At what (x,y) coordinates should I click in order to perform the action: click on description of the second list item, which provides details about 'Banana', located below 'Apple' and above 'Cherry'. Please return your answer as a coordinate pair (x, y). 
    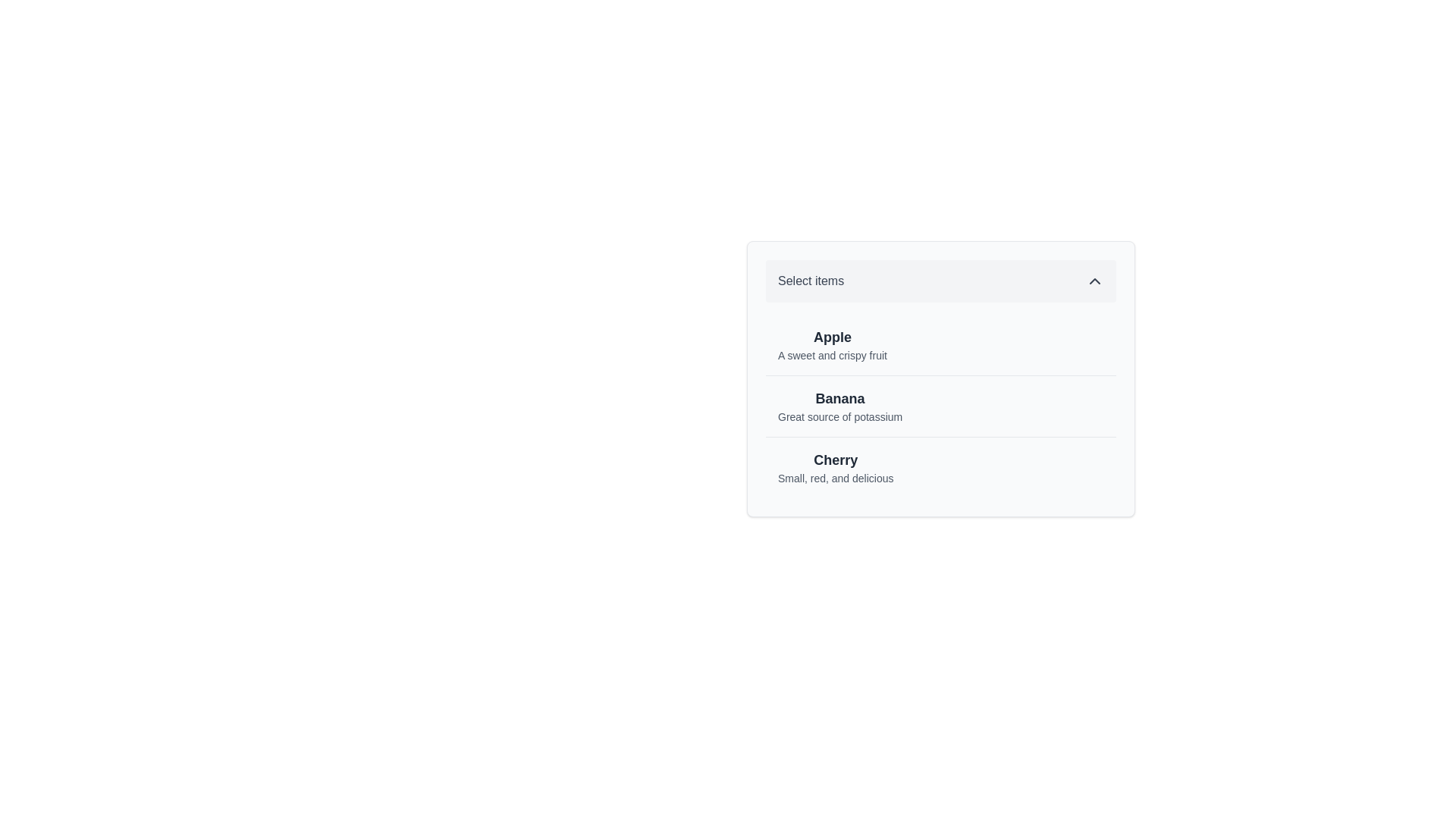
    Looking at the image, I should click on (940, 405).